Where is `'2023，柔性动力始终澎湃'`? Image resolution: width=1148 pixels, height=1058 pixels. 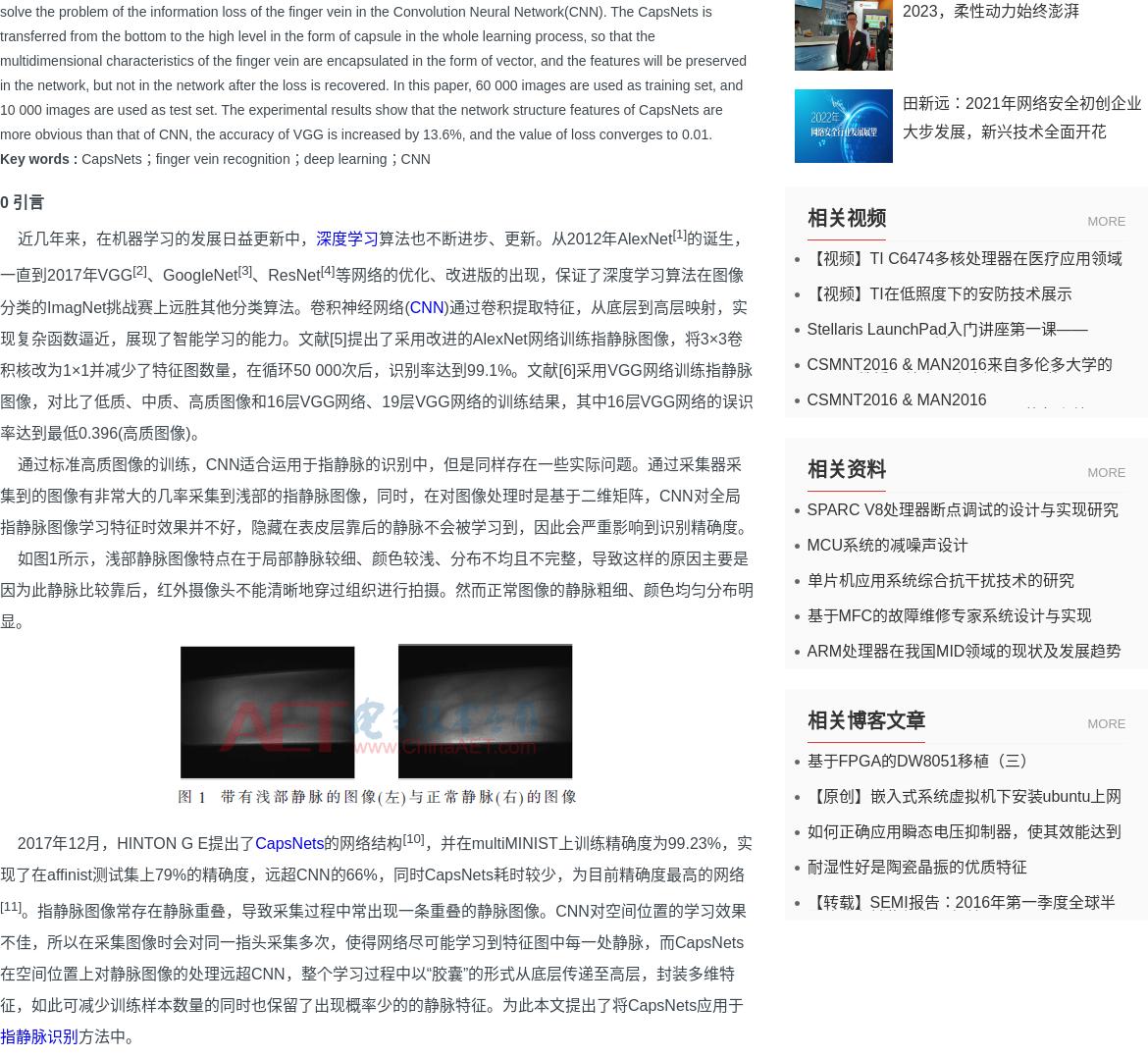
'2023，柔性动力始终澎湃' is located at coordinates (901, 10).